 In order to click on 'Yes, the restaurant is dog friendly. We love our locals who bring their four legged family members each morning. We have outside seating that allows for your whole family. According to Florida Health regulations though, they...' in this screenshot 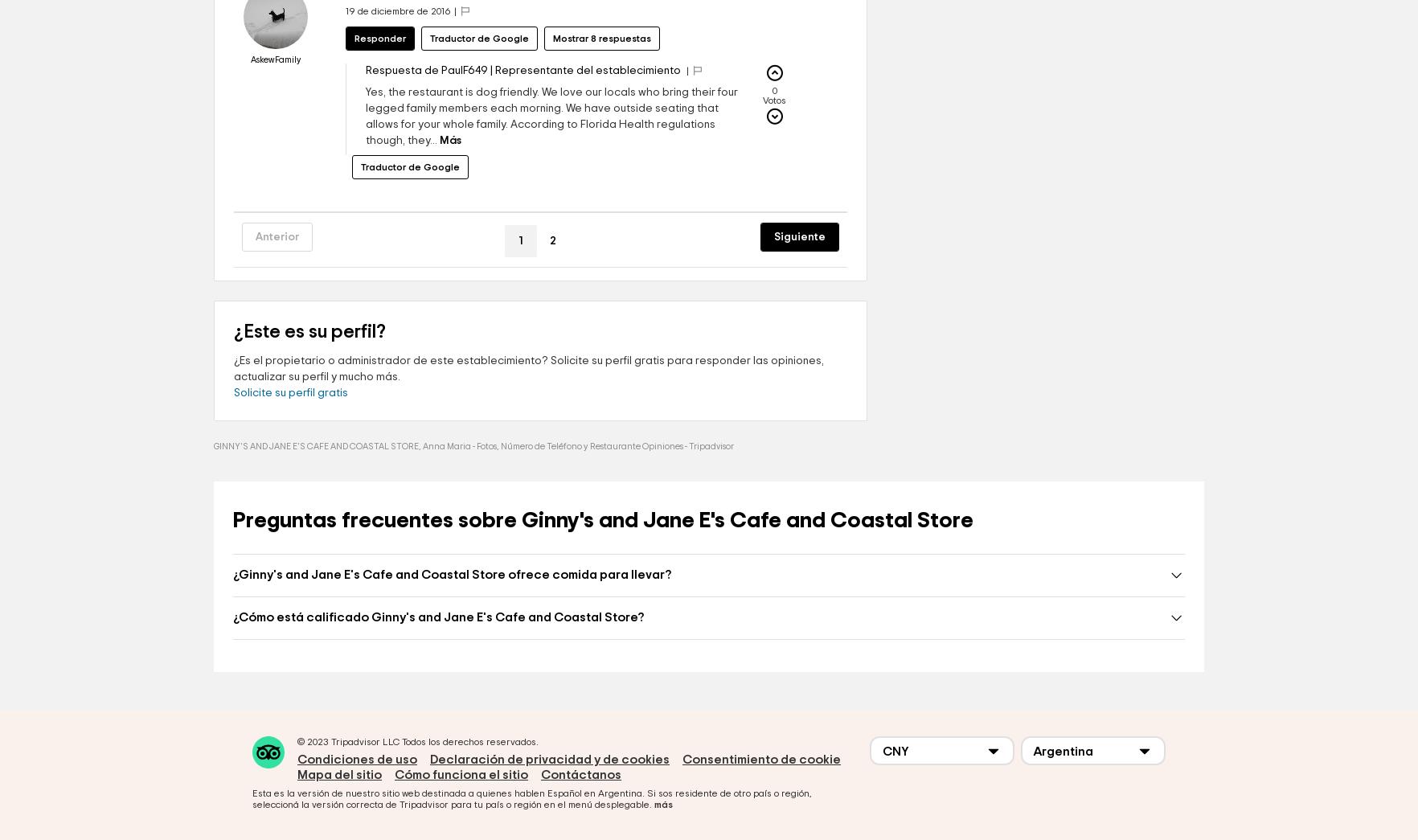, I will do `click(365, 165)`.